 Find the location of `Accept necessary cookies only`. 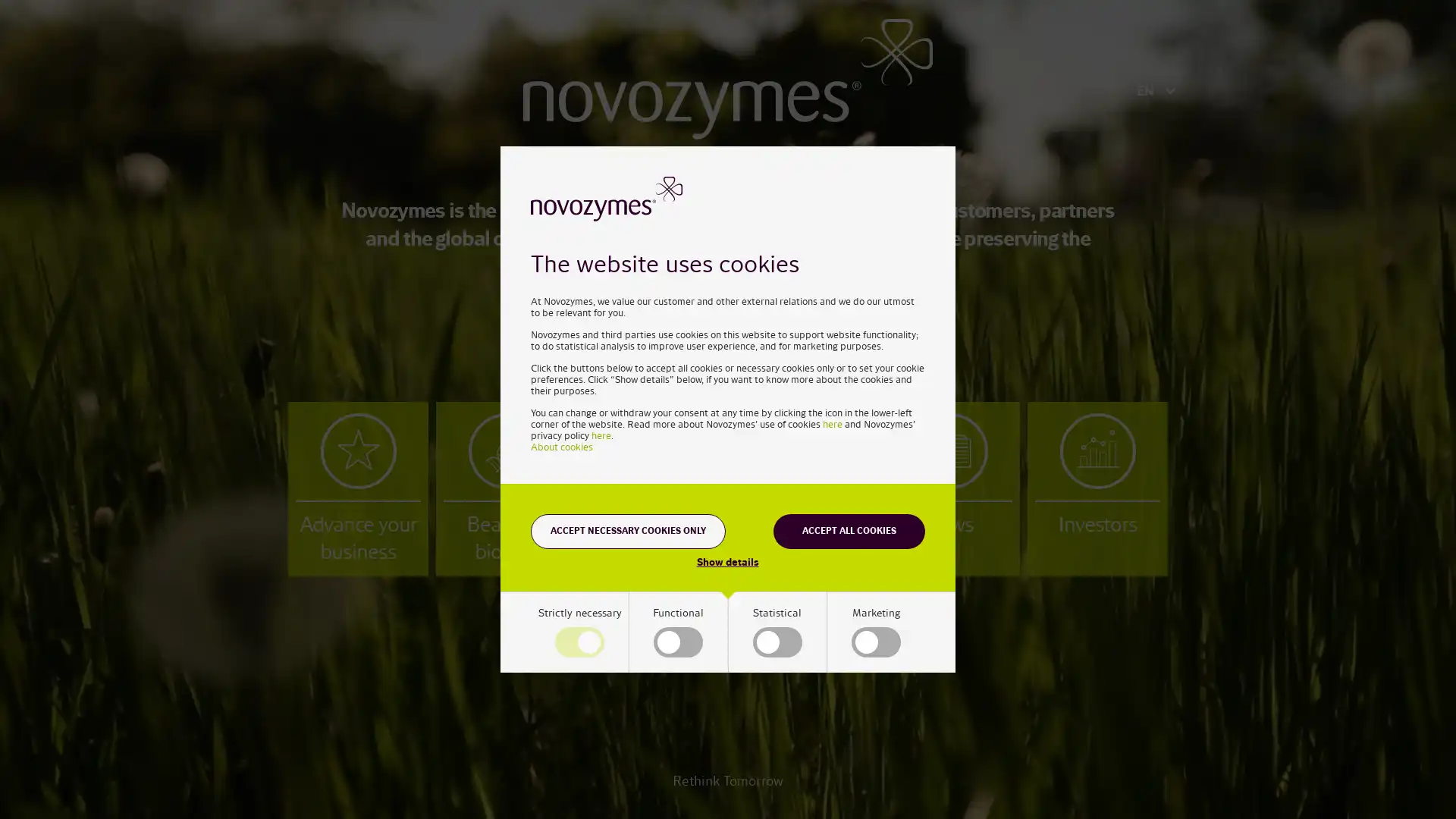

Accept necessary cookies only is located at coordinates (628, 529).